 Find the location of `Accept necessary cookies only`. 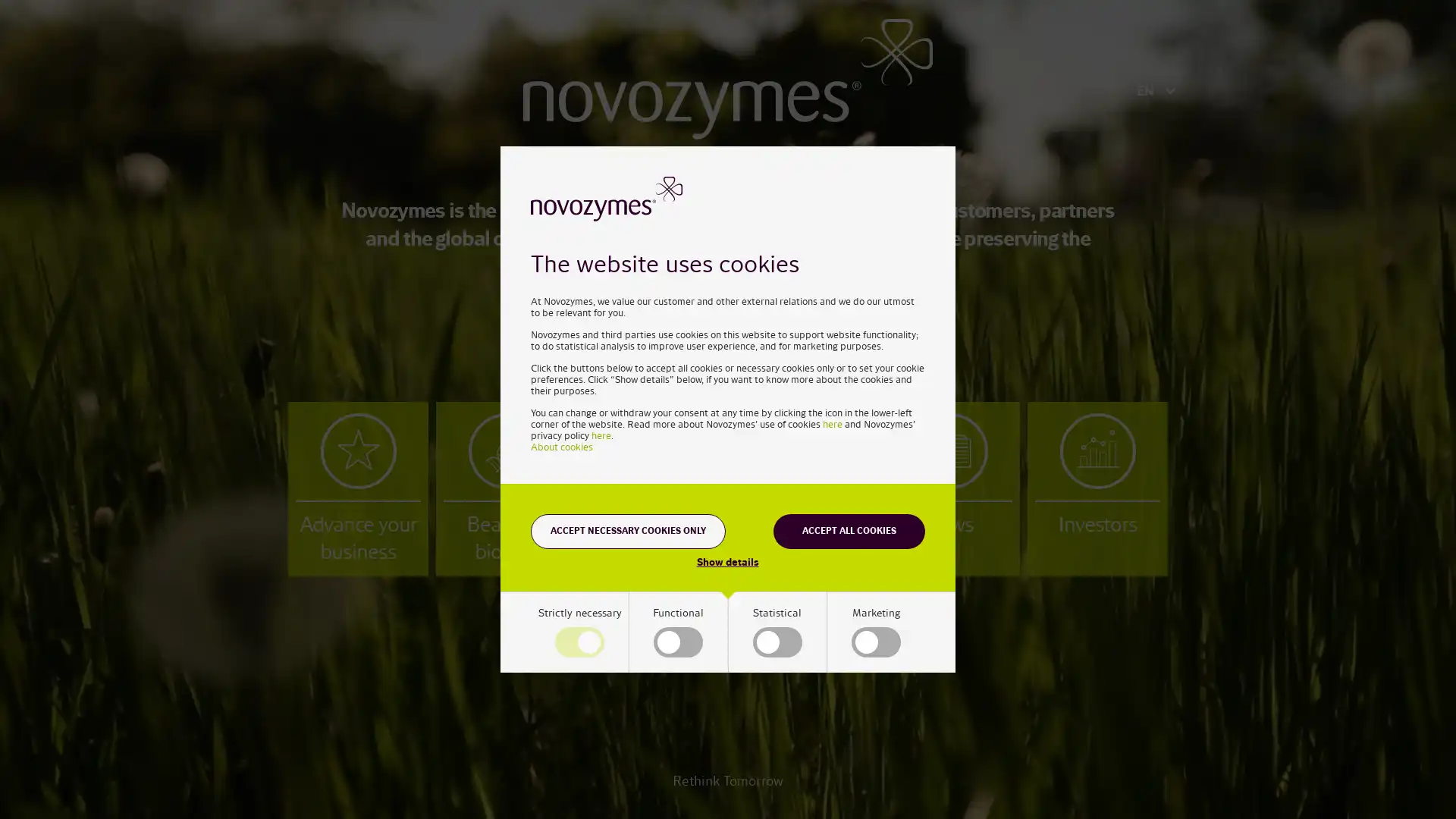

Accept necessary cookies only is located at coordinates (628, 529).